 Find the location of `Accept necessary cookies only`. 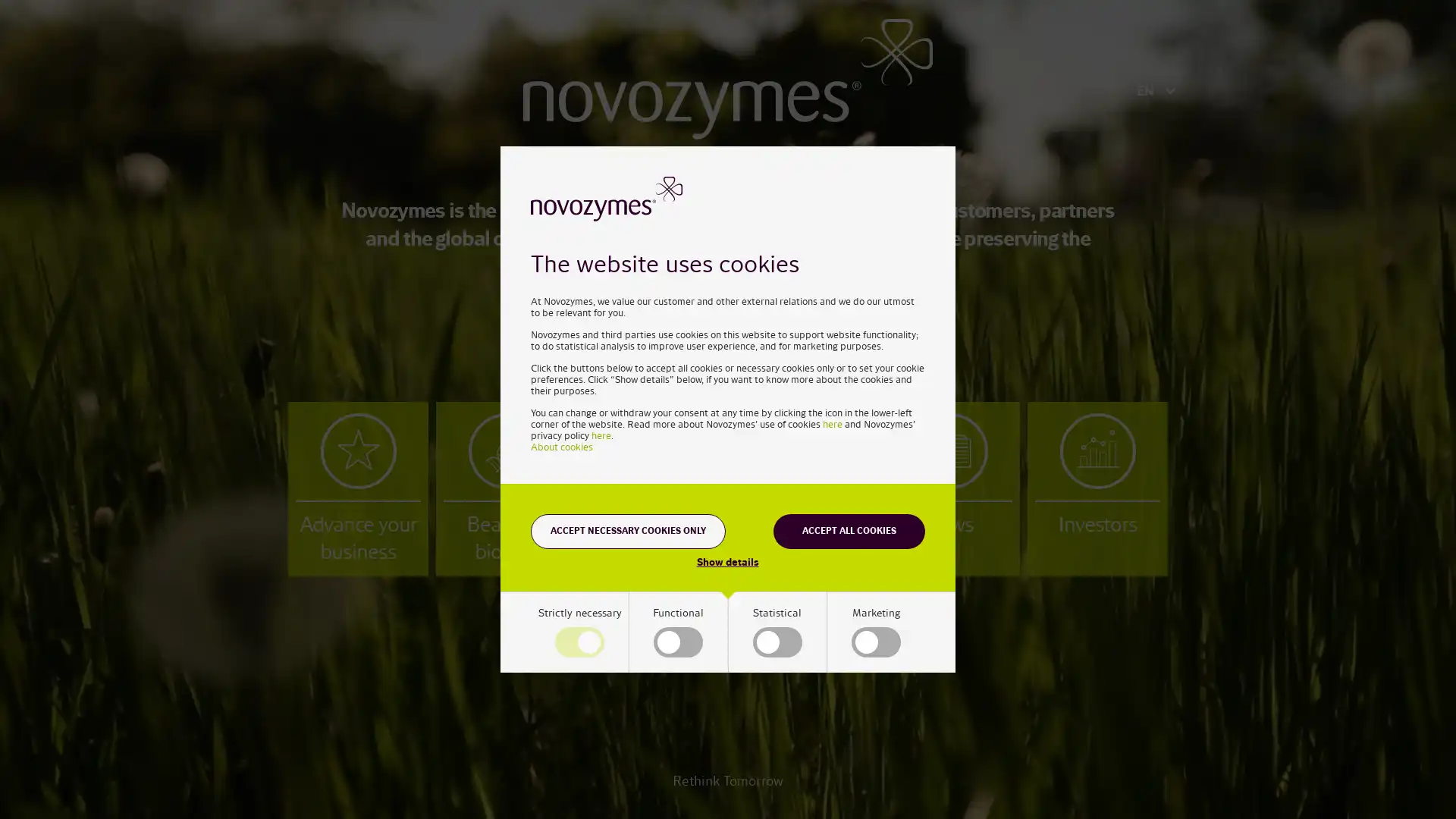

Accept necessary cookies only is located at coordinates (628, 529).